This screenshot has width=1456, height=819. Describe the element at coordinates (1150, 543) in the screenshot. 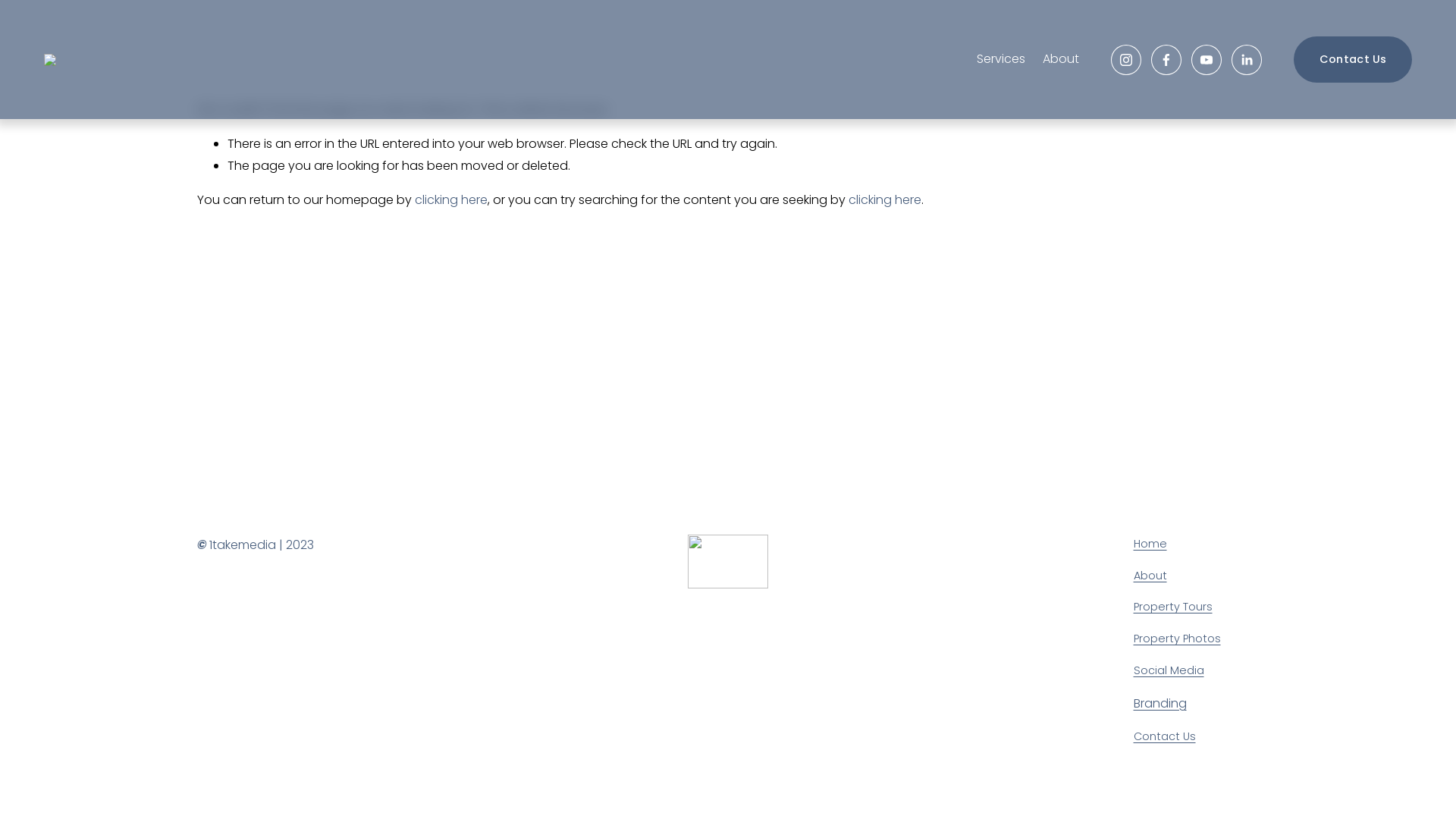

I see `'Home'` at that location.